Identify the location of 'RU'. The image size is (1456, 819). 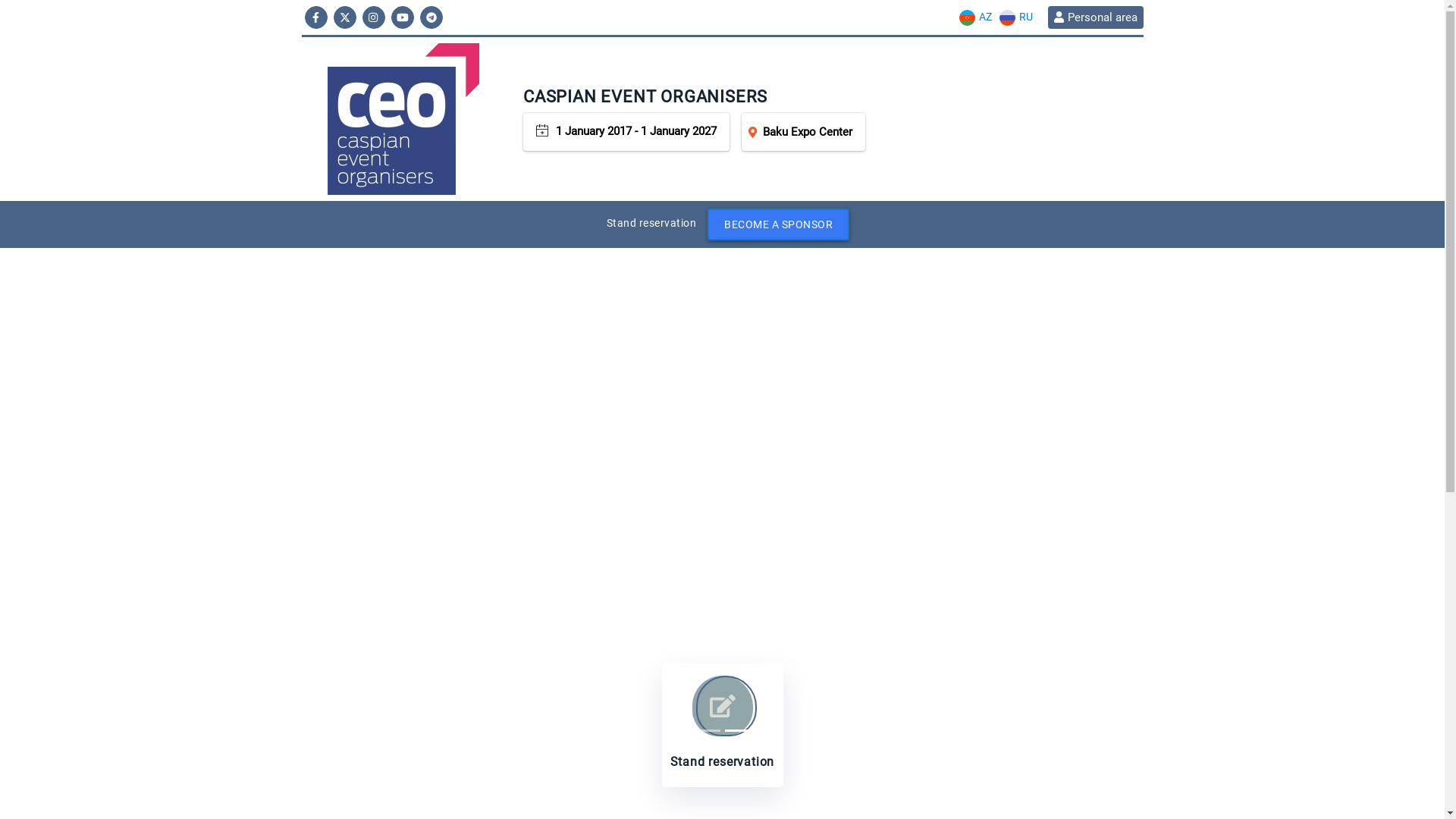
(1015, 17).